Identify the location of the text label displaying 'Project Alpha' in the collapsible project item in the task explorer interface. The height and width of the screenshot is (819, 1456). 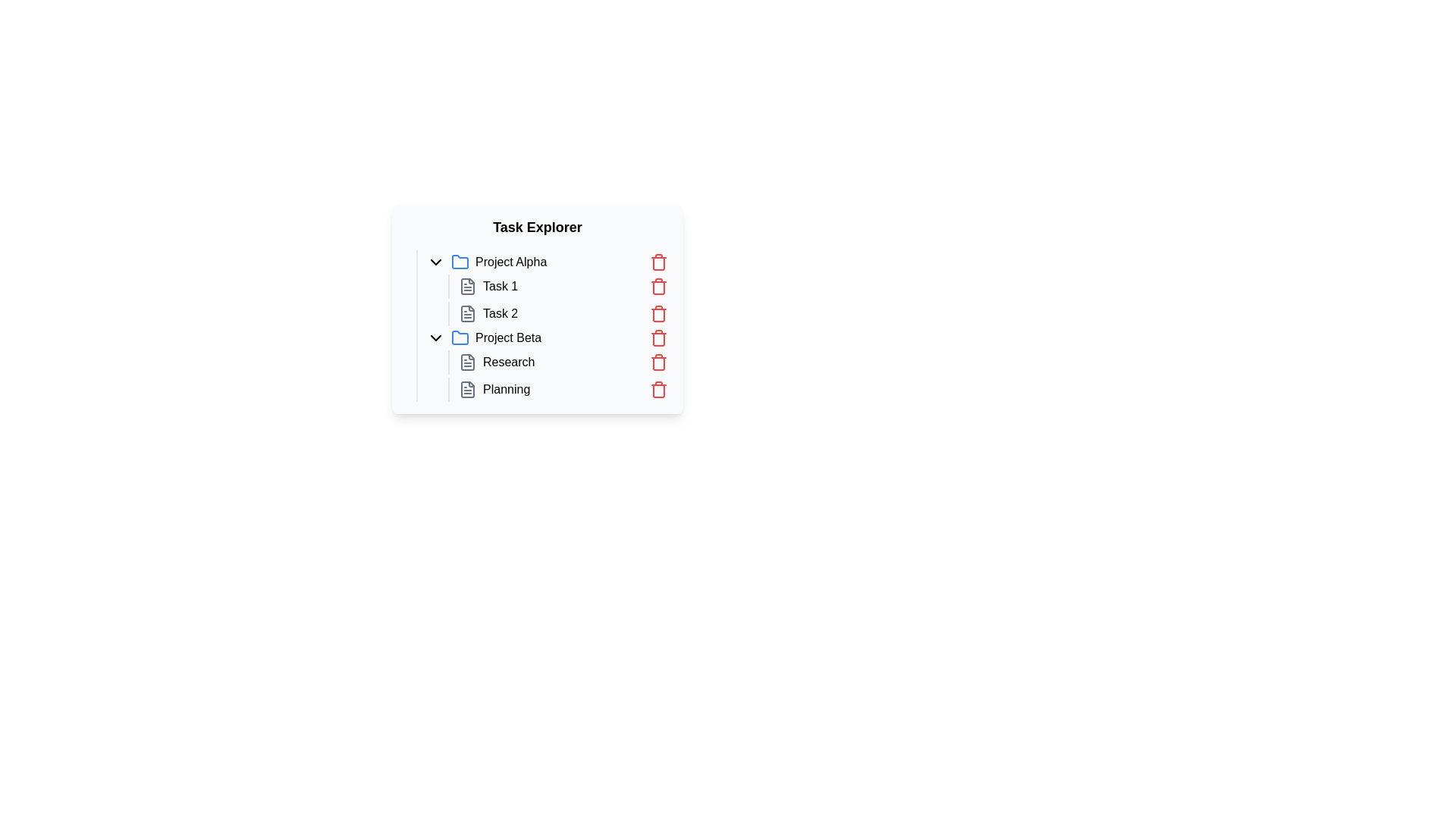
(511, 262).